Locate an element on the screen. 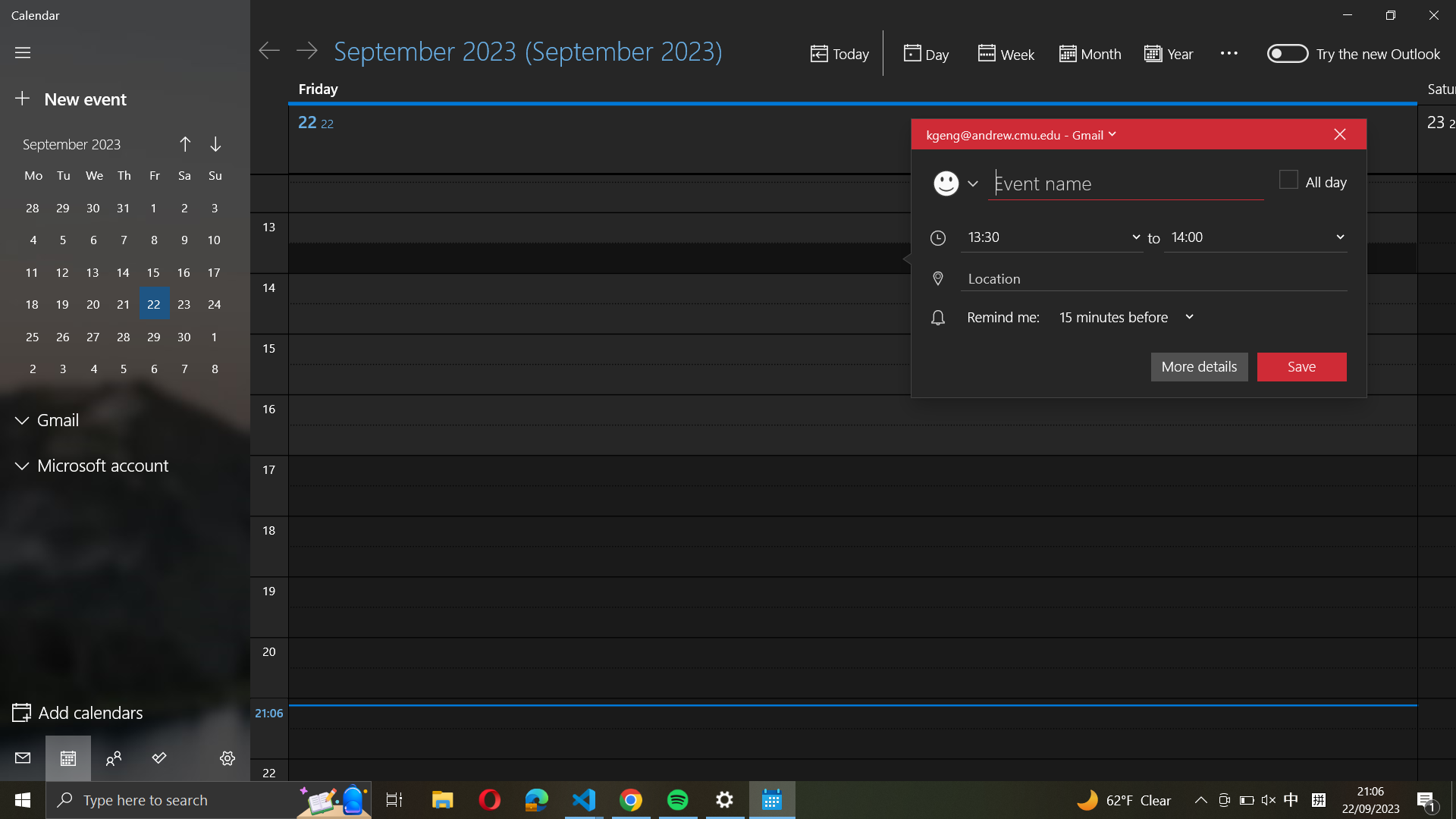 Image resolution: width=1456 pixels, height=819 pixels. Specify "New York" as event location is located at coordinates (1150, 278).